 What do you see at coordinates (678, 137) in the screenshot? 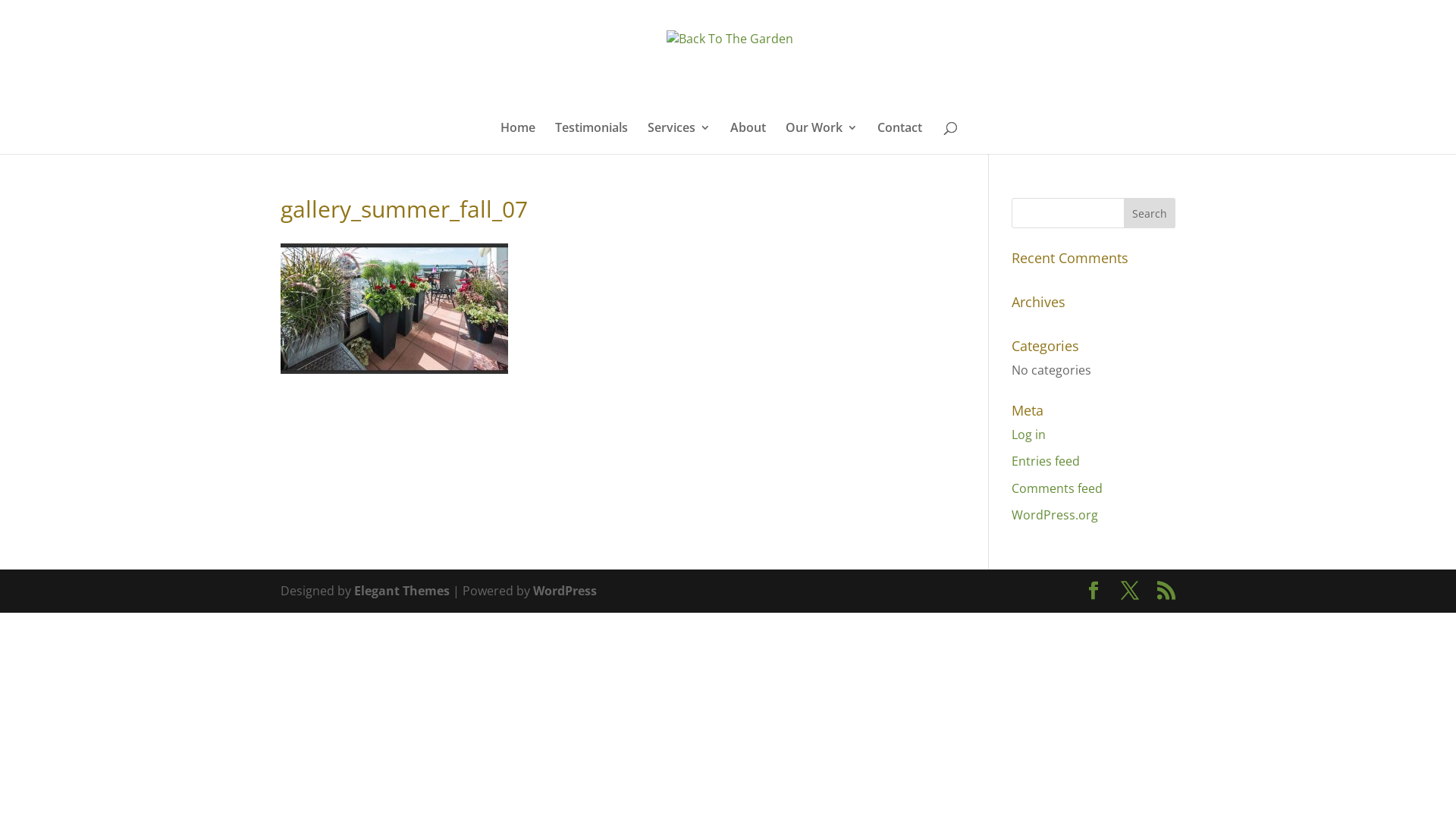
I see `'Services'` at bounding box center [678, 137].